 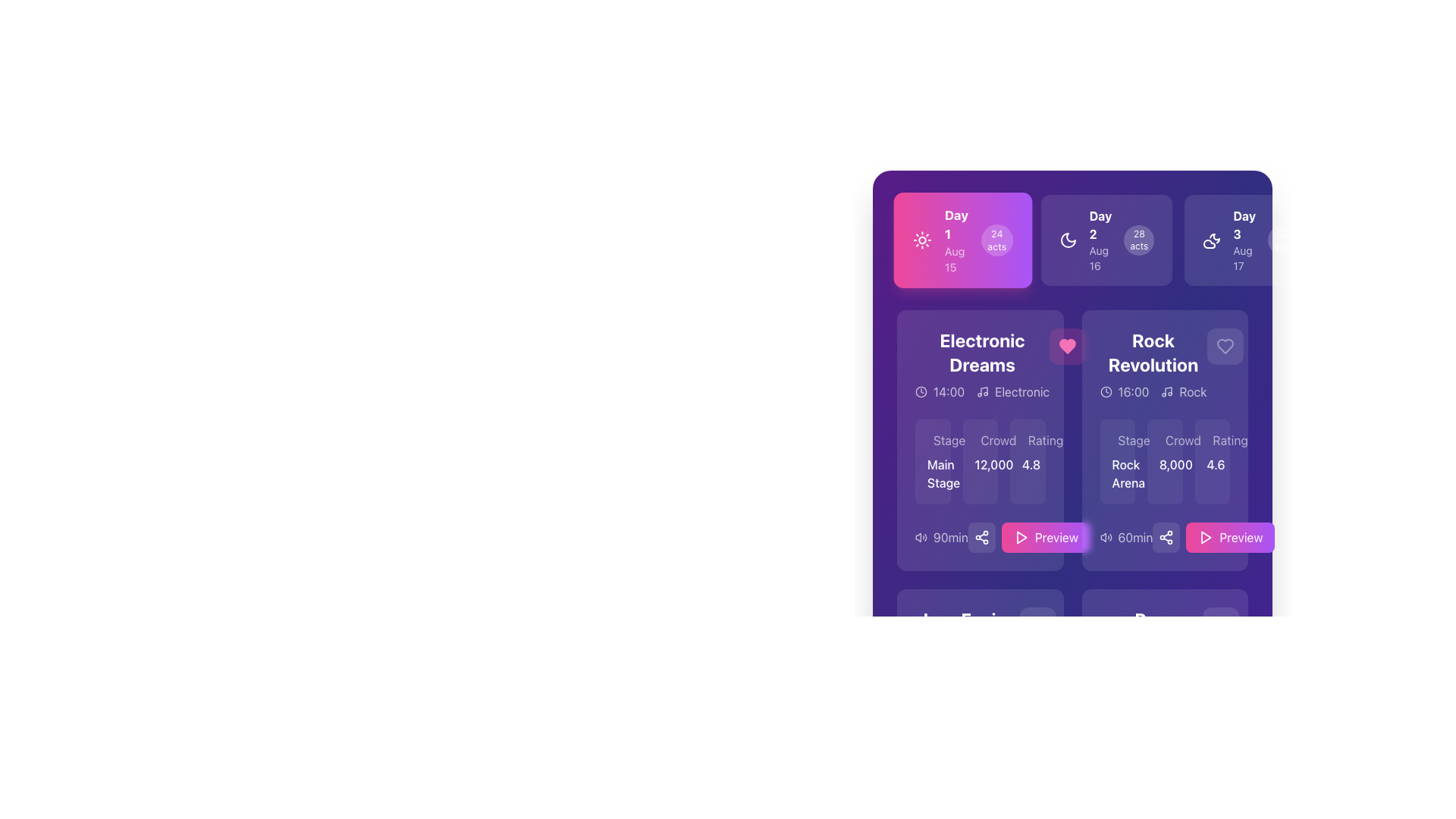 I want to click on the non-interactive text label displaying the time of the event 'Rock Revolution', located beneath the title 'Rock Revolution' in the right card of the two-column layout, so click(x=1133, y=391).